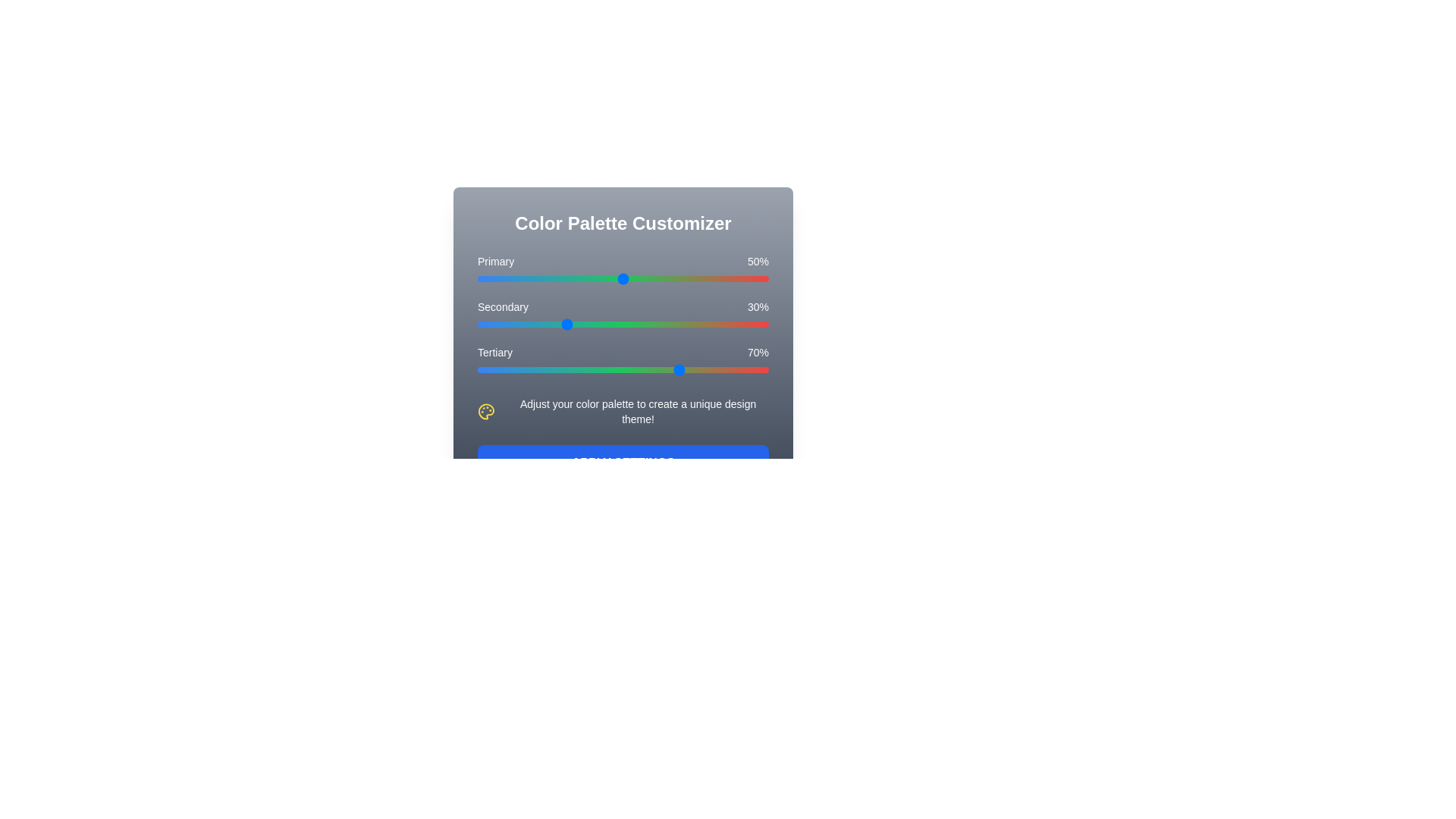 The width and height of the screenshot is (1456, 819). I want to click on the tertiary color value, so click(655, 370).